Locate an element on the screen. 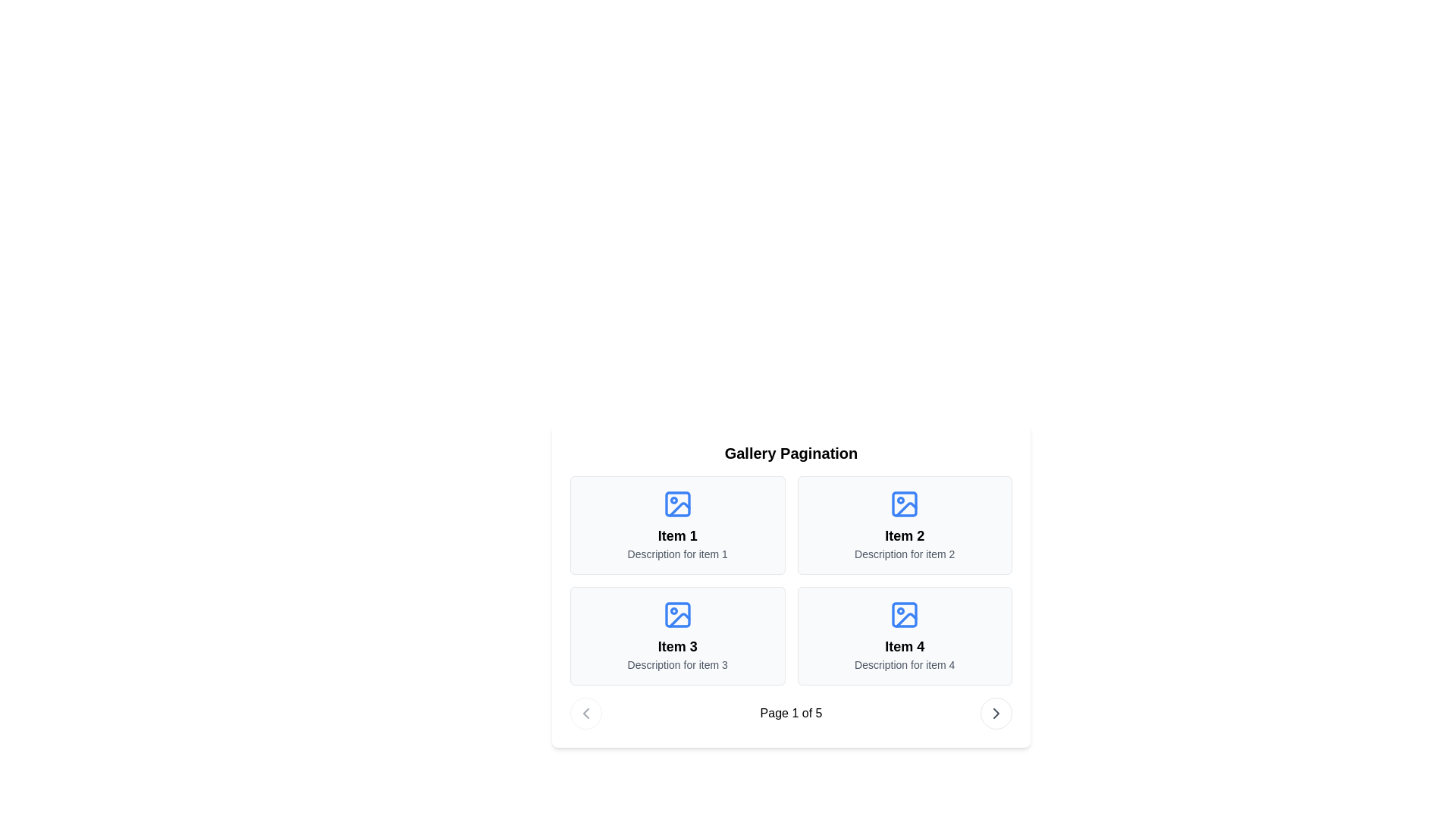  label 'Item 1' which is a bold, black text element located in the top-left cell of a 2x2 grid structure, positioned above the description 'Description for item 1' is located at coordinates (676, 535).